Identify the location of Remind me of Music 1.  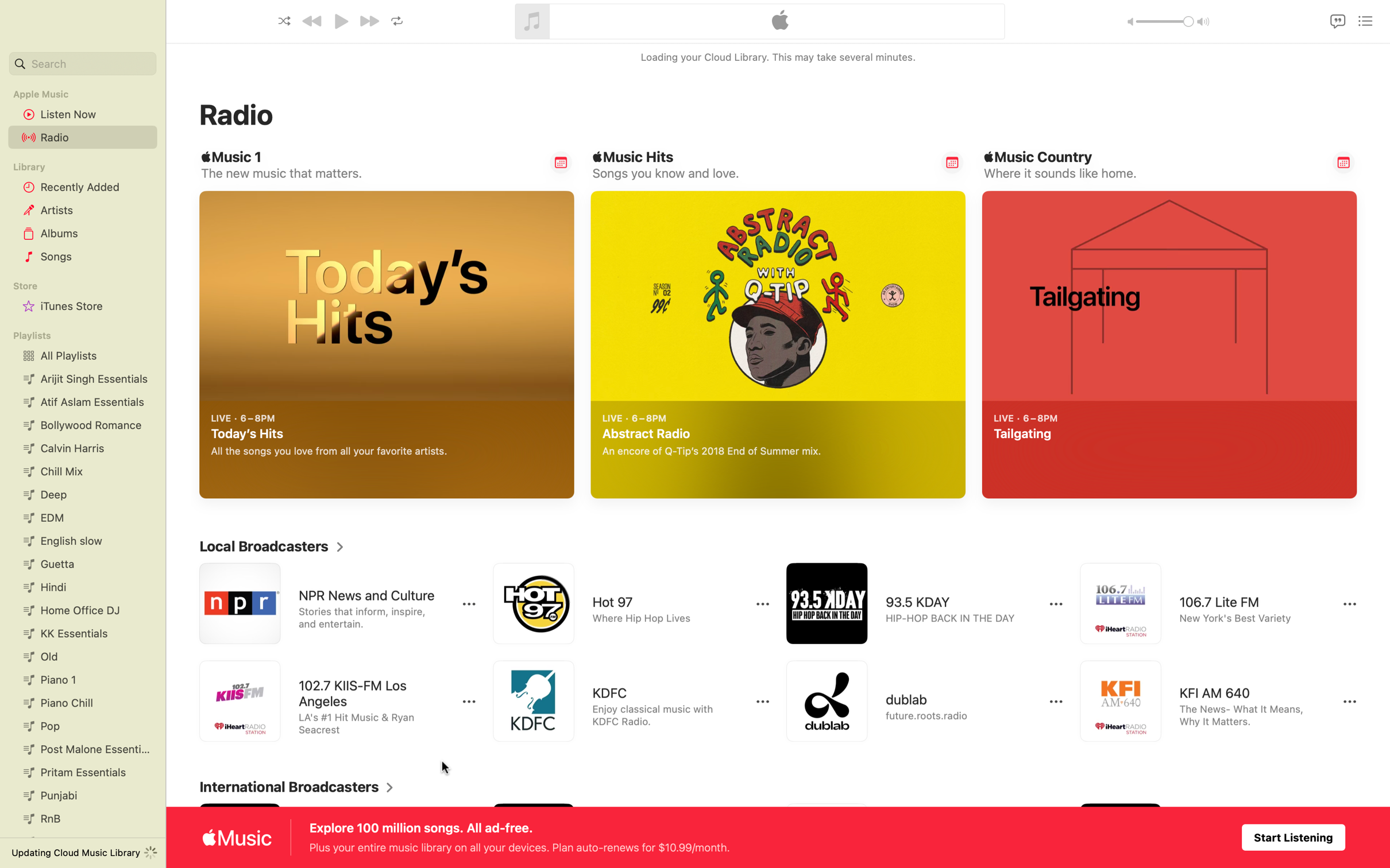
(561, 162).